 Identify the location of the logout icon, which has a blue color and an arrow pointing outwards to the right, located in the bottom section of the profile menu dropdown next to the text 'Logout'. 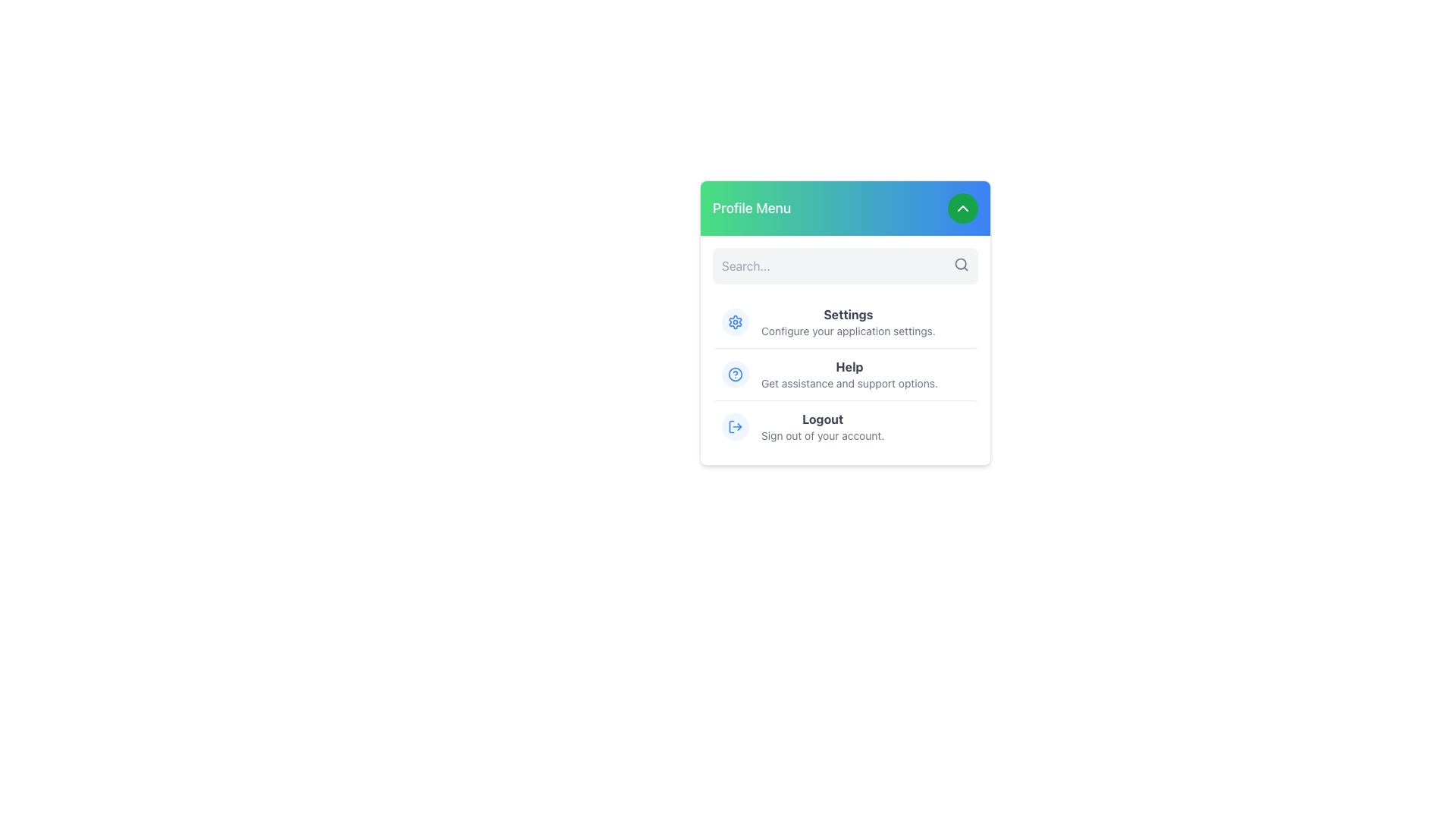
(735, 427).